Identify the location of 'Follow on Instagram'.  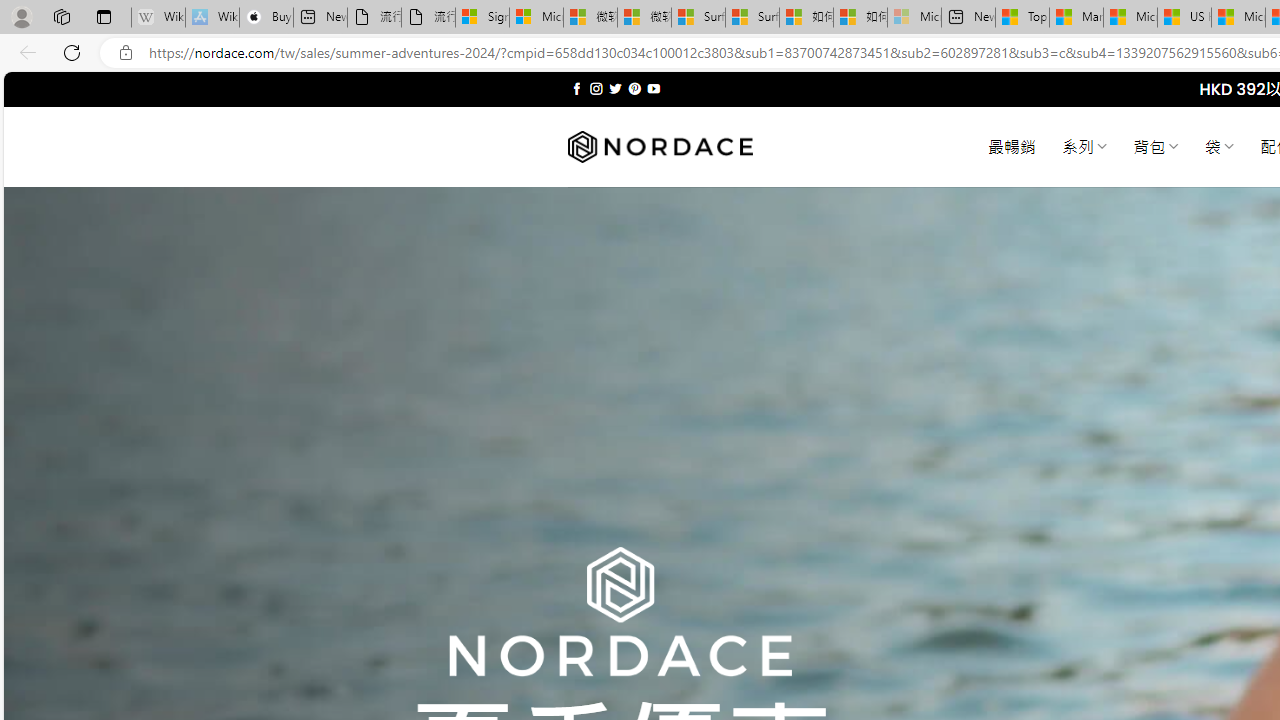
(595, 88).